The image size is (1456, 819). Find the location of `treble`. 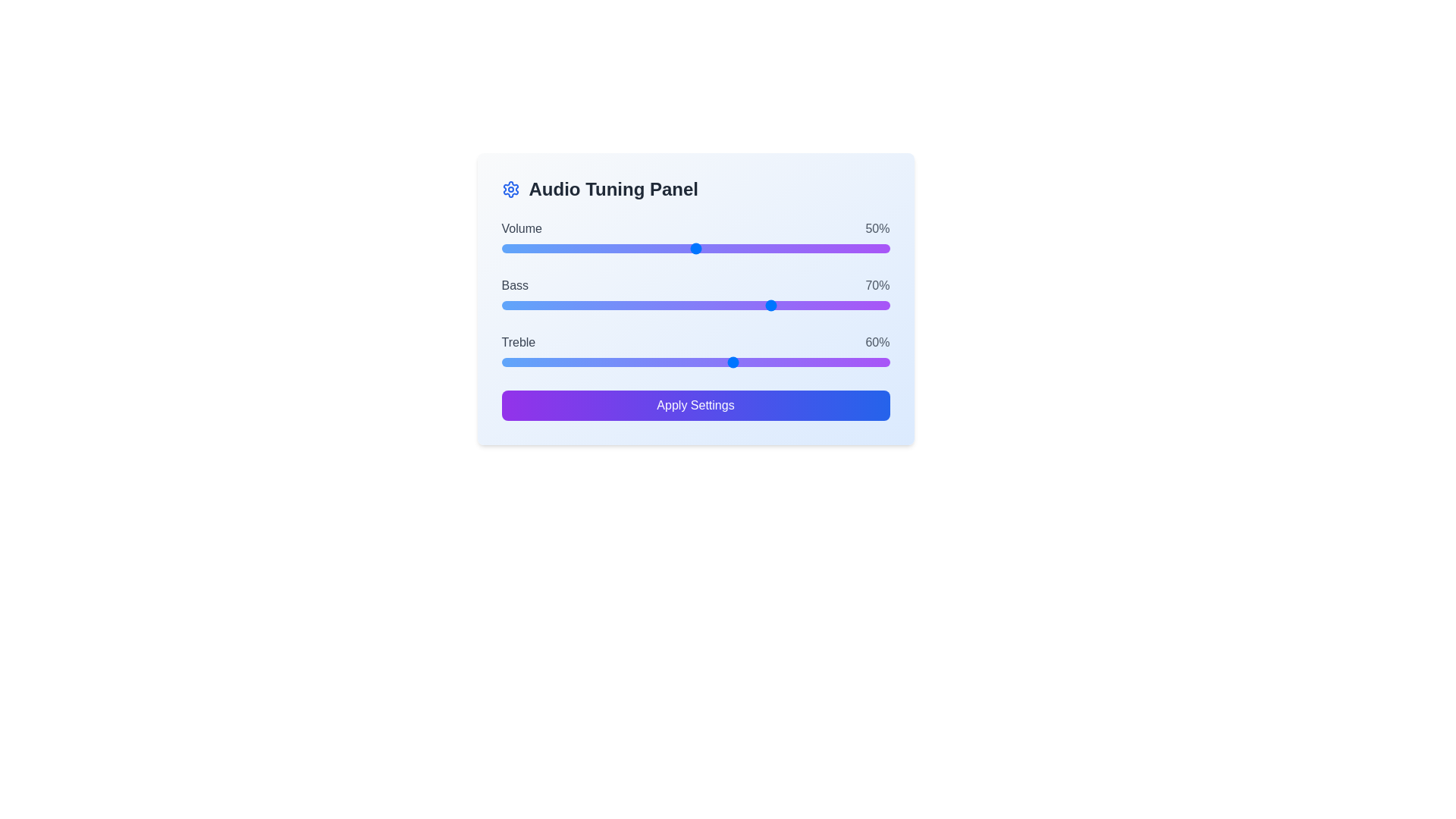

treble is located at coordinates (834, 362).